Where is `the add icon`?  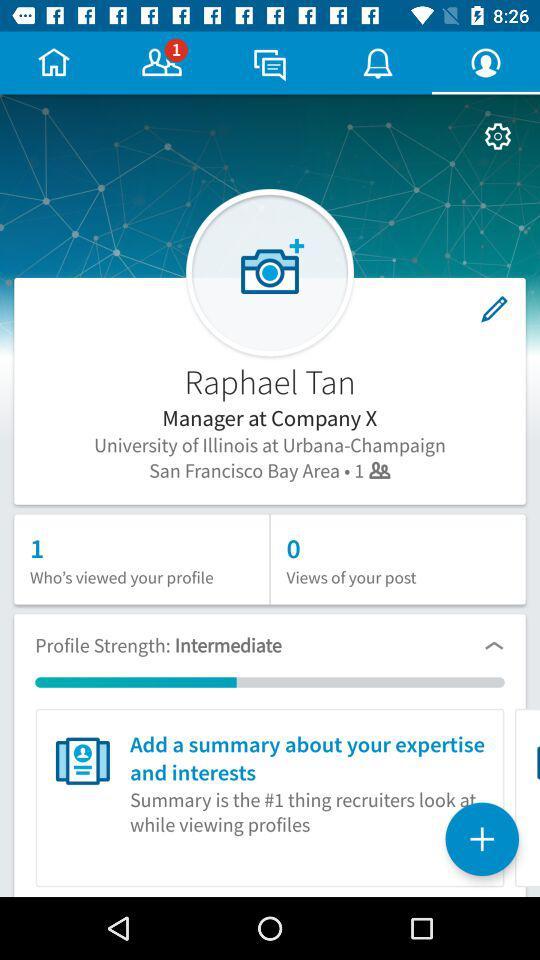
the add icon is located at coordinates (481, 839).